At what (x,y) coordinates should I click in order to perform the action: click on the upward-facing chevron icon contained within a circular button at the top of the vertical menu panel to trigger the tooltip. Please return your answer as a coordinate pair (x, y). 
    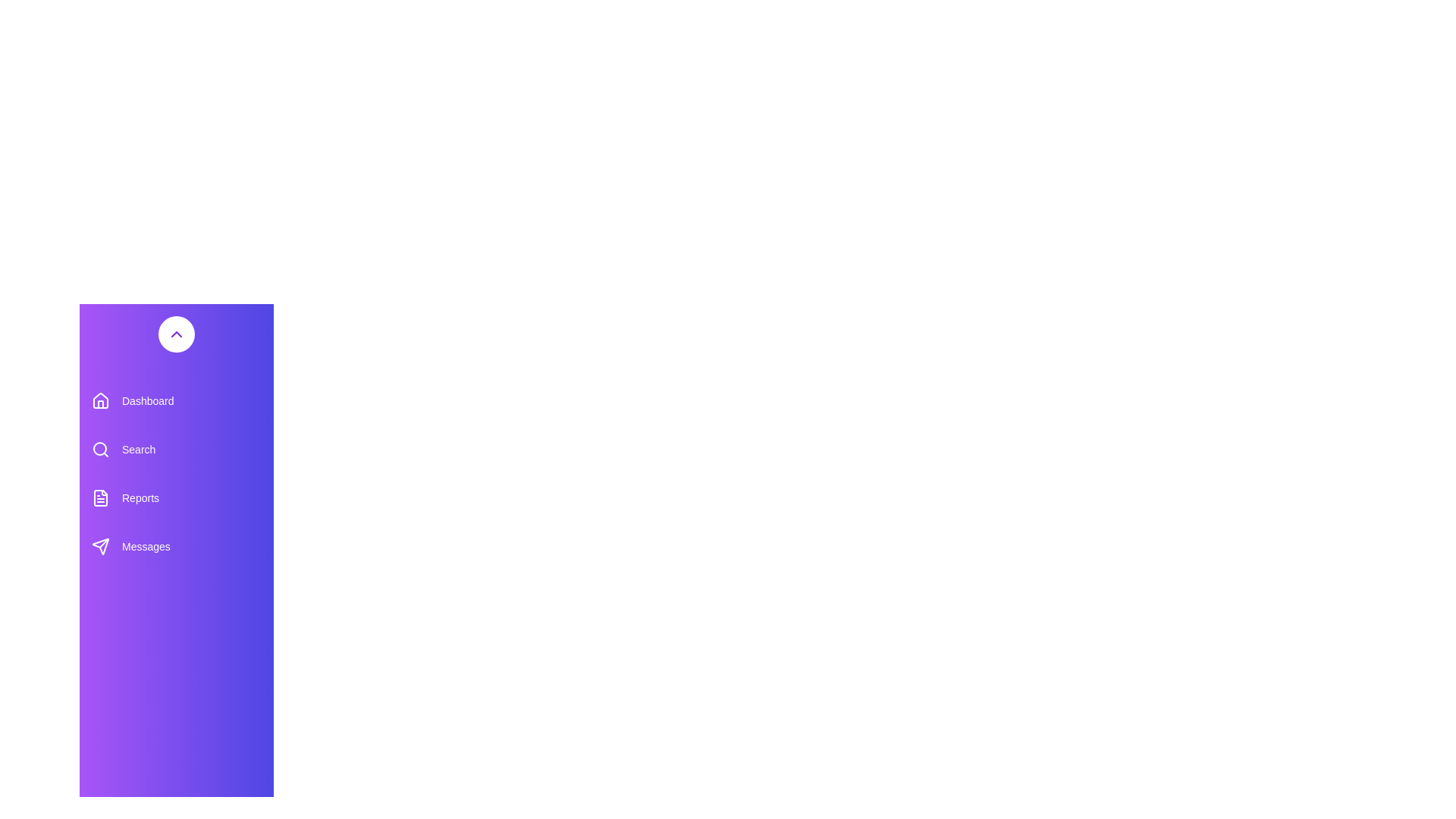
    Looking at the image, I should click on (177, 333).